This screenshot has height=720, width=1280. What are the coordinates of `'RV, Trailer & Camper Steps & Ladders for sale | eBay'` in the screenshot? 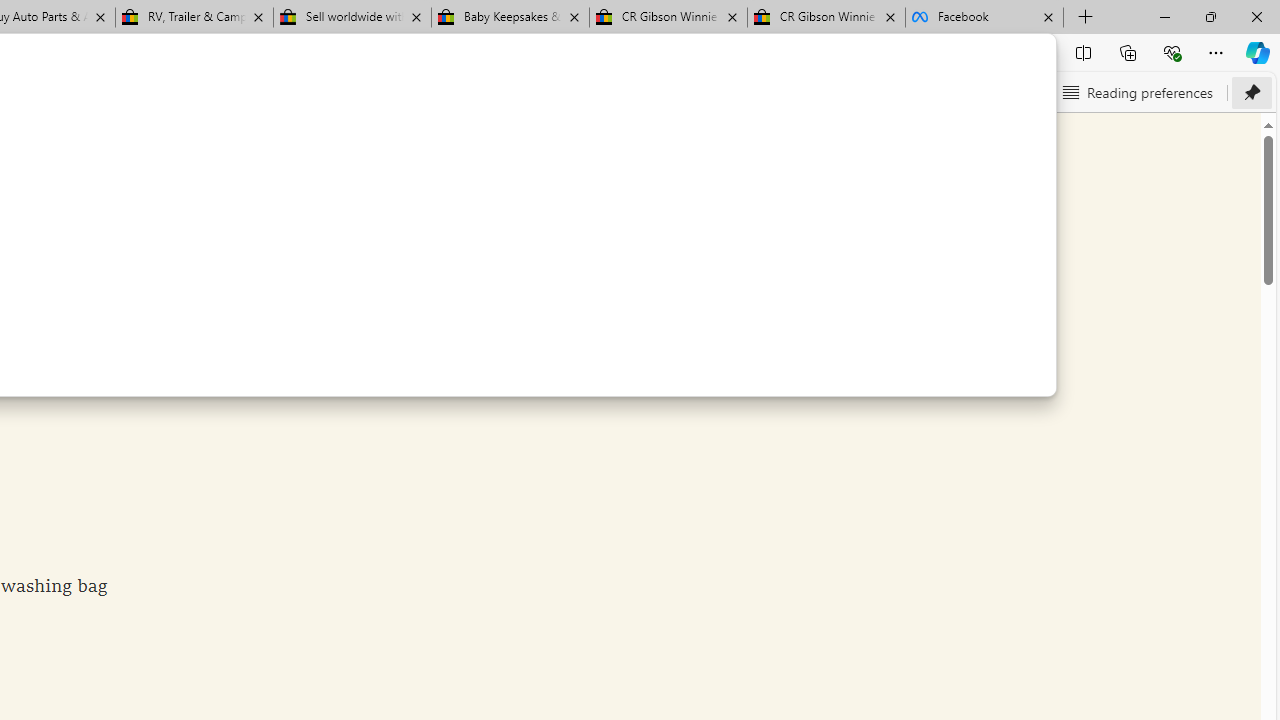 It's located at (194, 17).